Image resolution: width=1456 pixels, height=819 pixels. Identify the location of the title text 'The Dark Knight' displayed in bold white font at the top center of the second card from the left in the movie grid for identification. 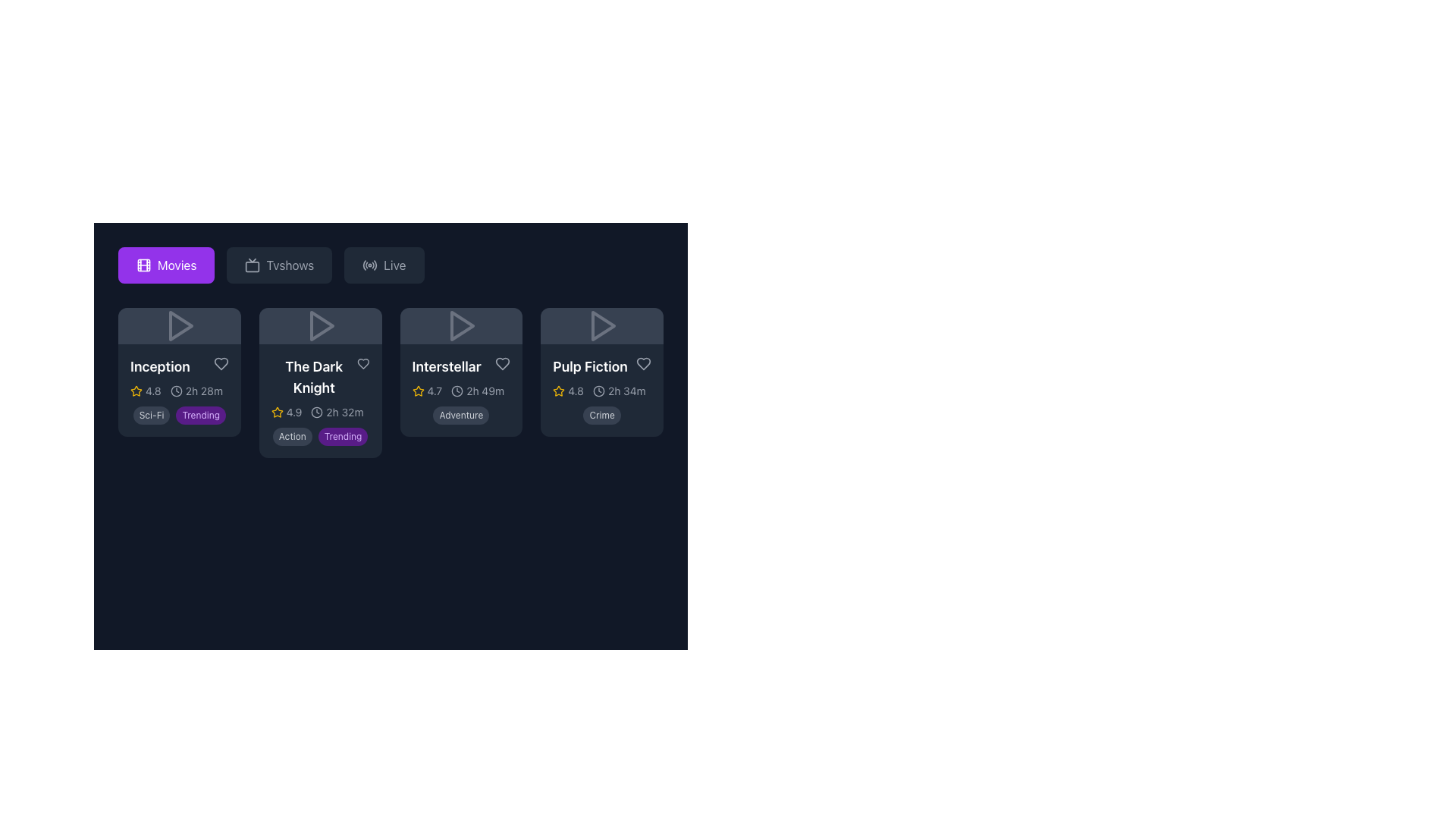
(319, 376).